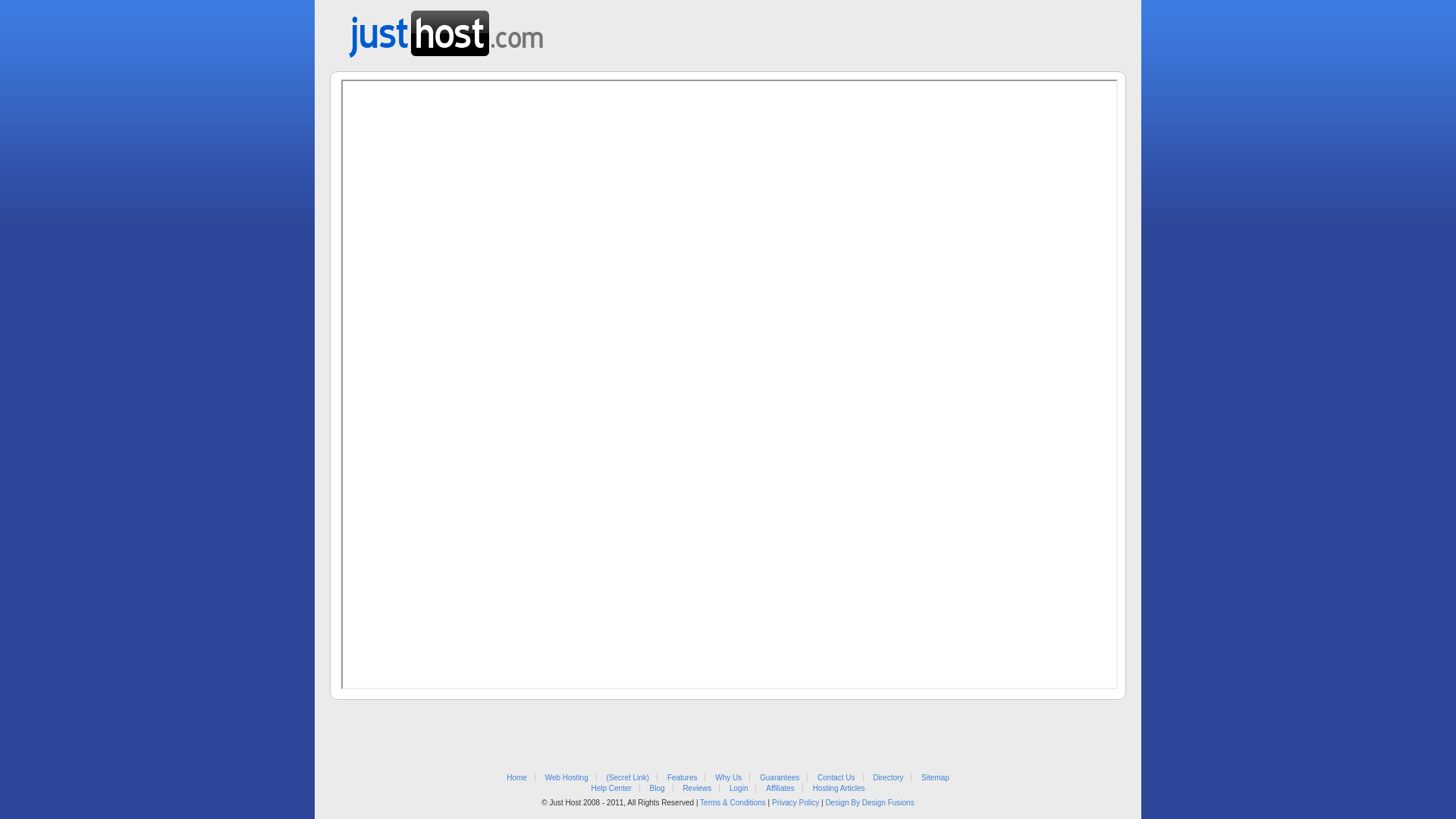 This screenshot has height=819, width=1456. What do you see at coordinates (545, 777) in the screenshot?
I see `'Web Hosting'` at bounding box center [545, 777].